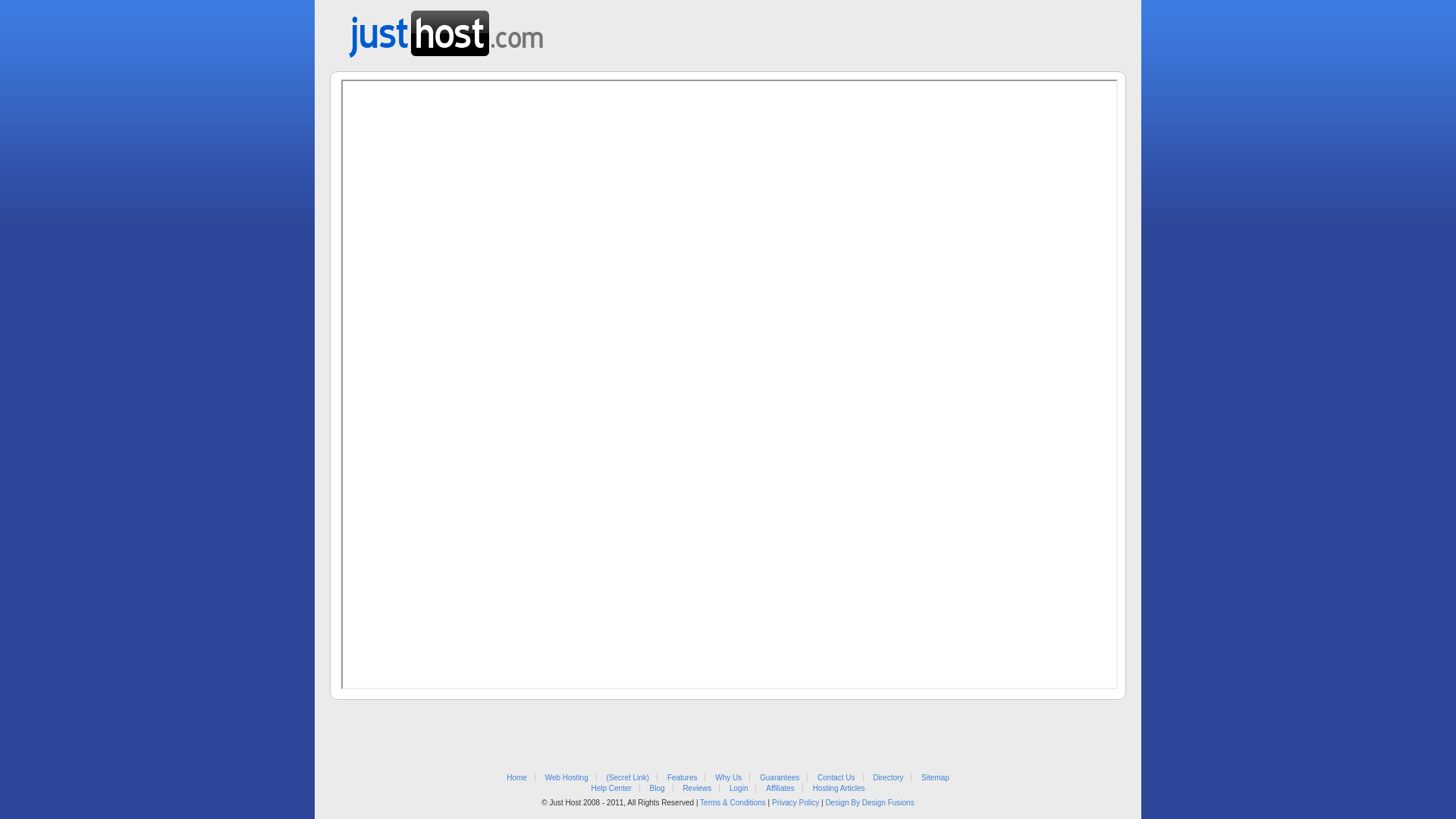 This screenshot has height=819, width=1456. What do you see at coordinates (545, 777) in the screenshot?
I see `'Web Hosting'` at bounding box center [545, 777].